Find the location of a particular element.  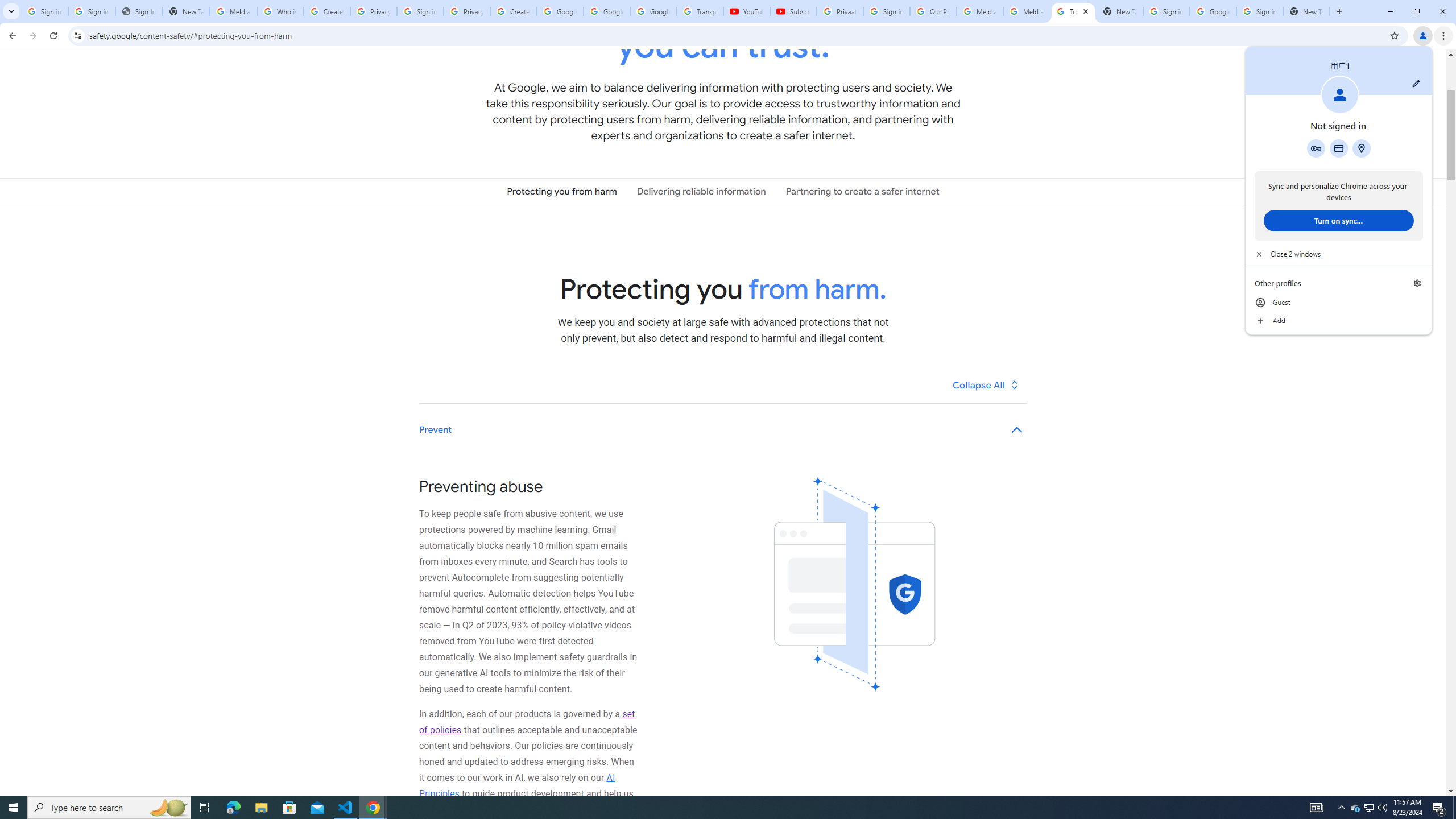

'Sign in - Google Accounts' is located at coordinates (419, 11).